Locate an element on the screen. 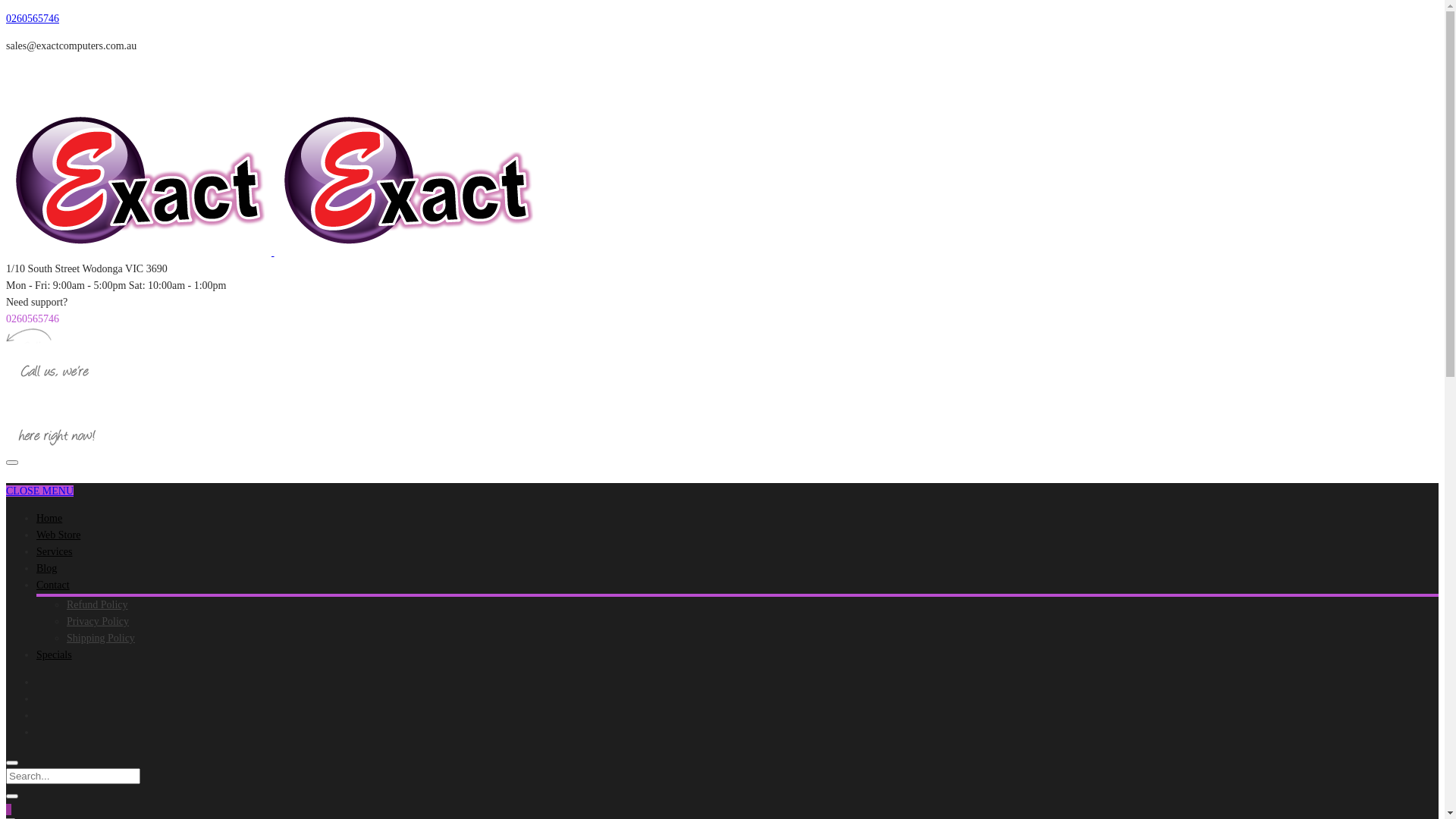  'Shipping Policy' is located at coordinates (100, 638).